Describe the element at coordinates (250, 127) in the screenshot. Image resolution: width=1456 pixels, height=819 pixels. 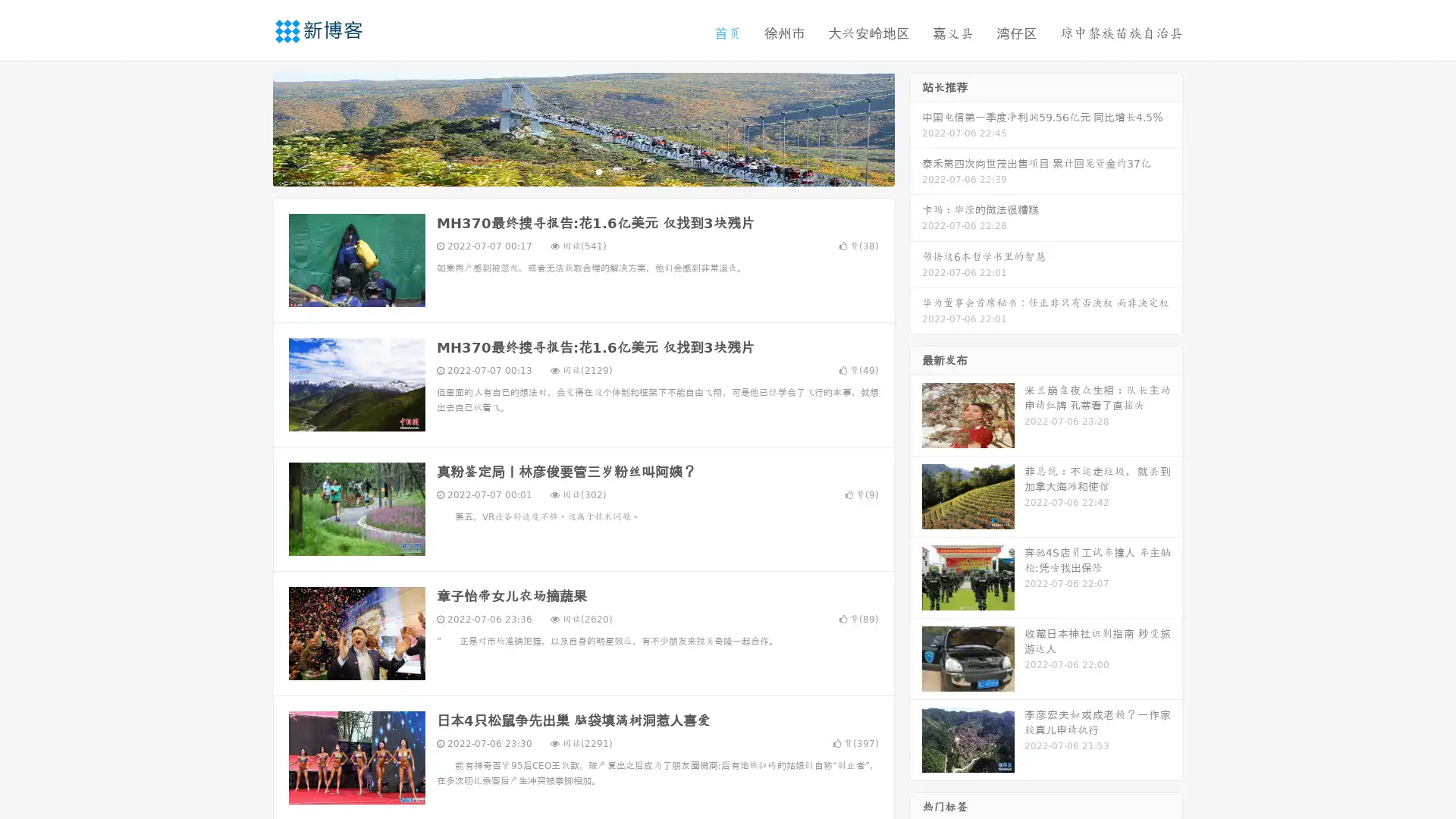
I see `Previous slide` at that location.